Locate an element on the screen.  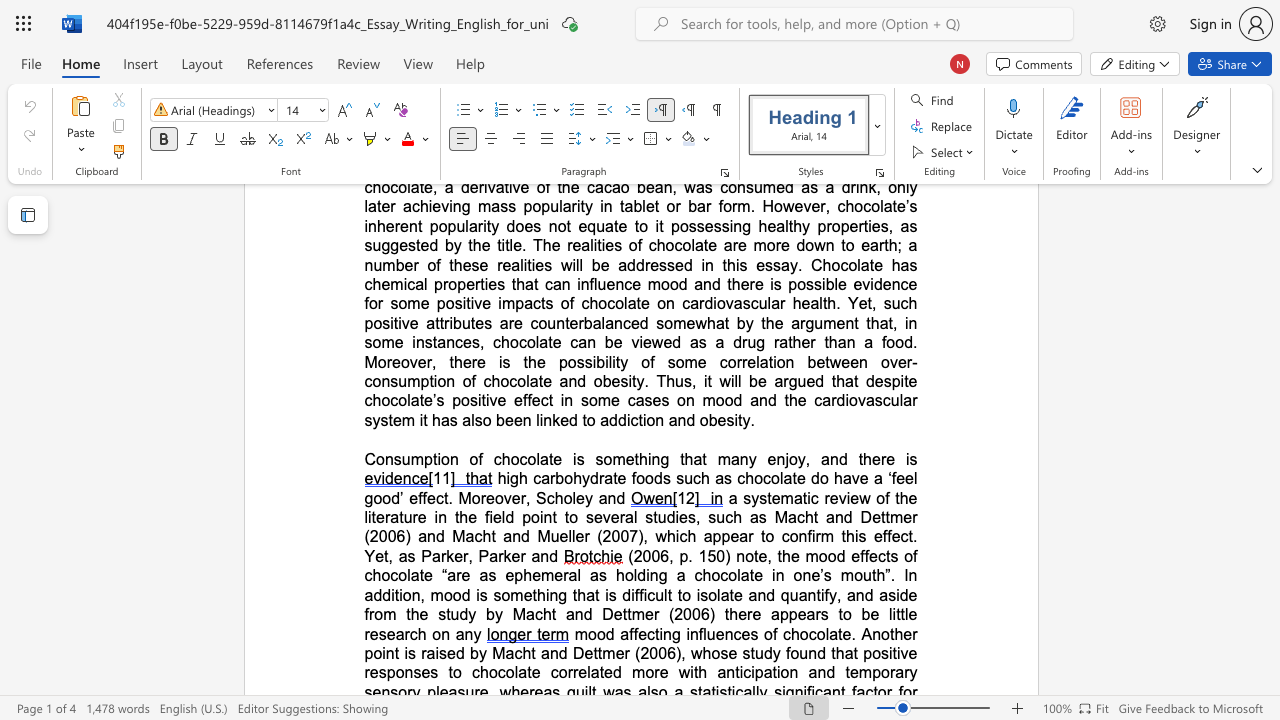
the subset text "ch" within the text "high carbohydrate foods such as chocolate do have a ‘feel good’ effect. Moreover, Scholey and" is located at coordinates (736, 478).